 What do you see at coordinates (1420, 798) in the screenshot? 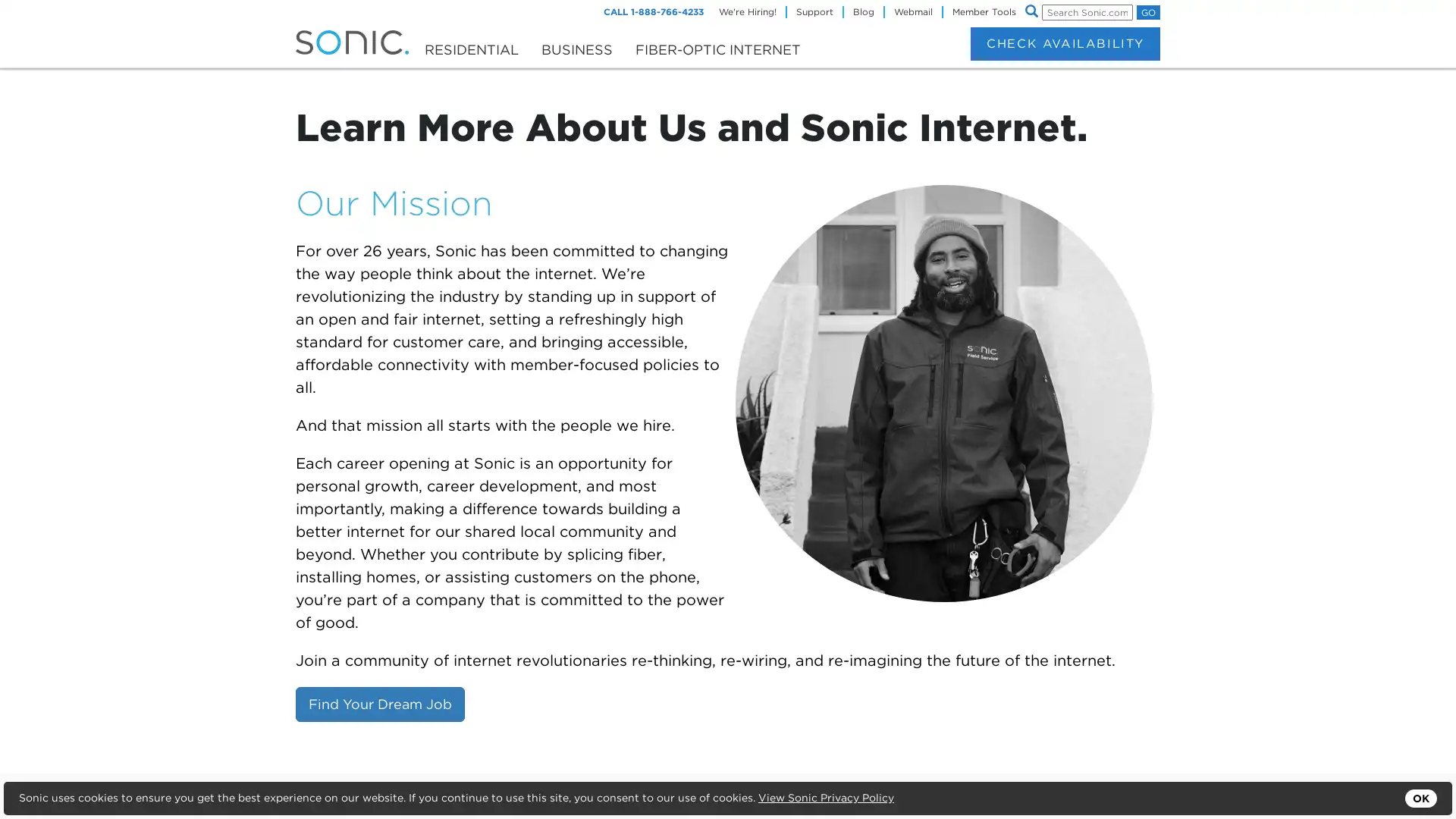
I see `OK` at bounding box center [1420, 798].